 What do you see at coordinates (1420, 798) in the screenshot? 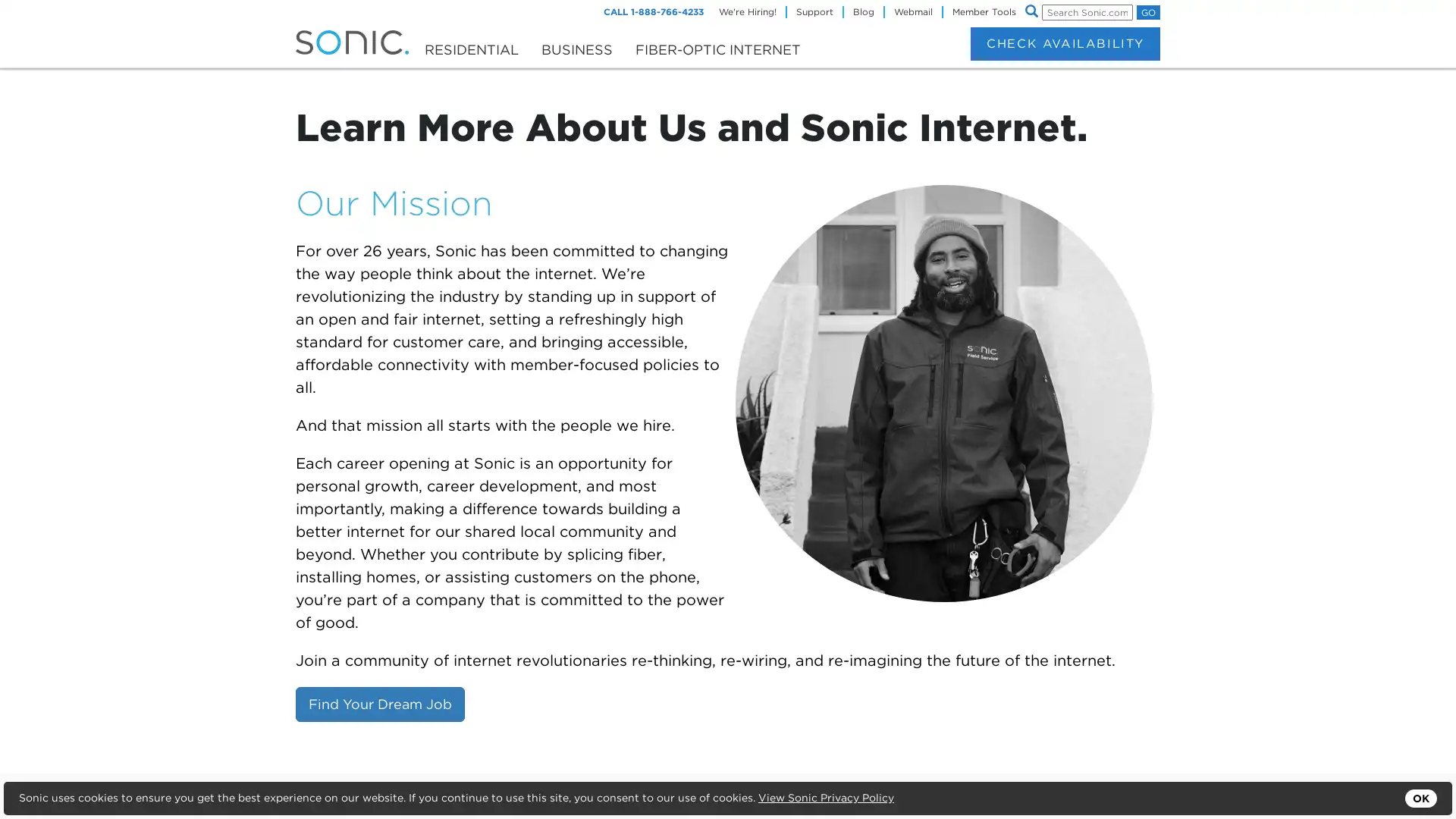
I see `OK` at bounding box center [1420, 798].